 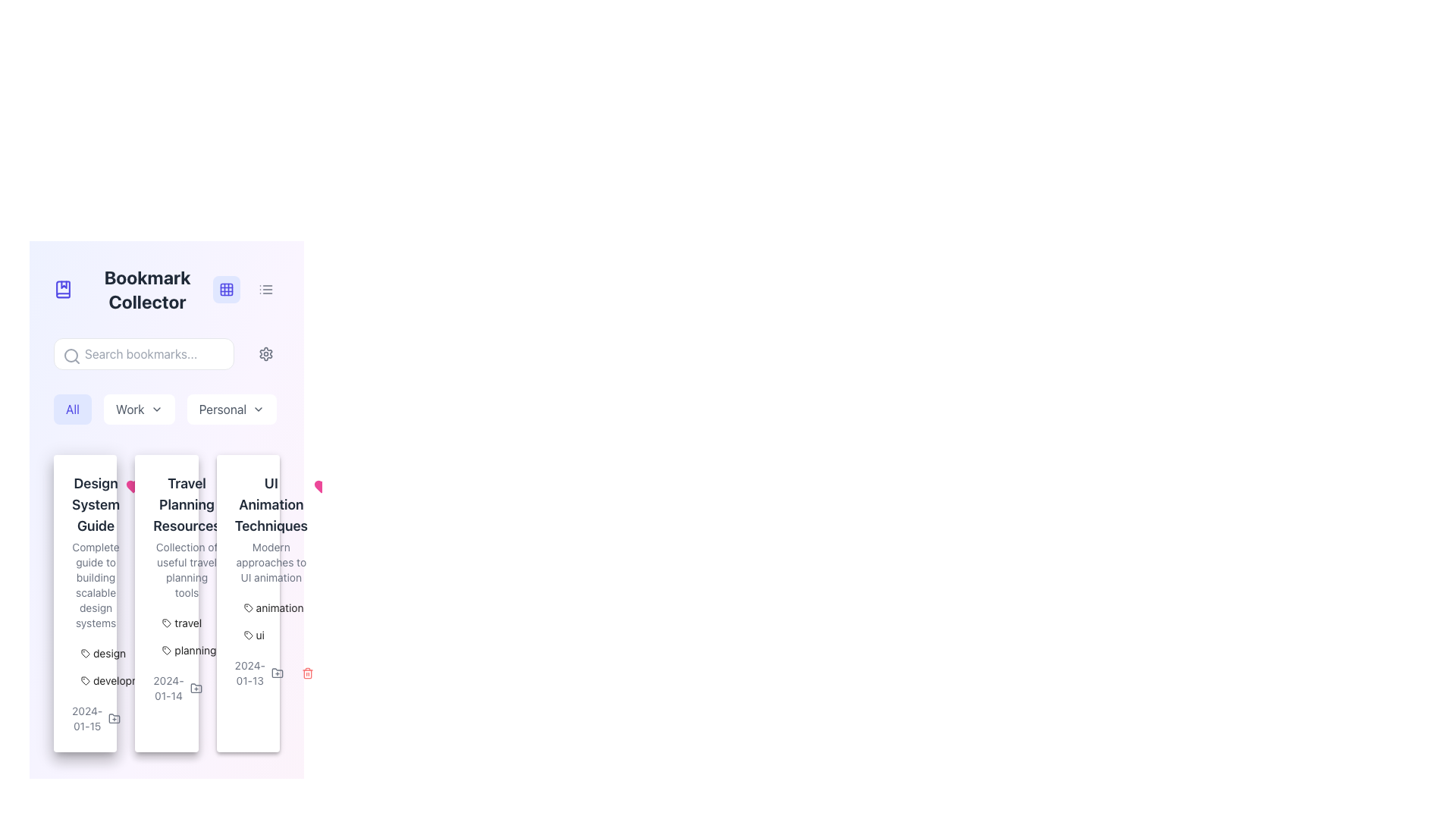 I want to click on the circular button with a gray hover background and a folder icon with a plus symbol, so click(x=114, y=718).